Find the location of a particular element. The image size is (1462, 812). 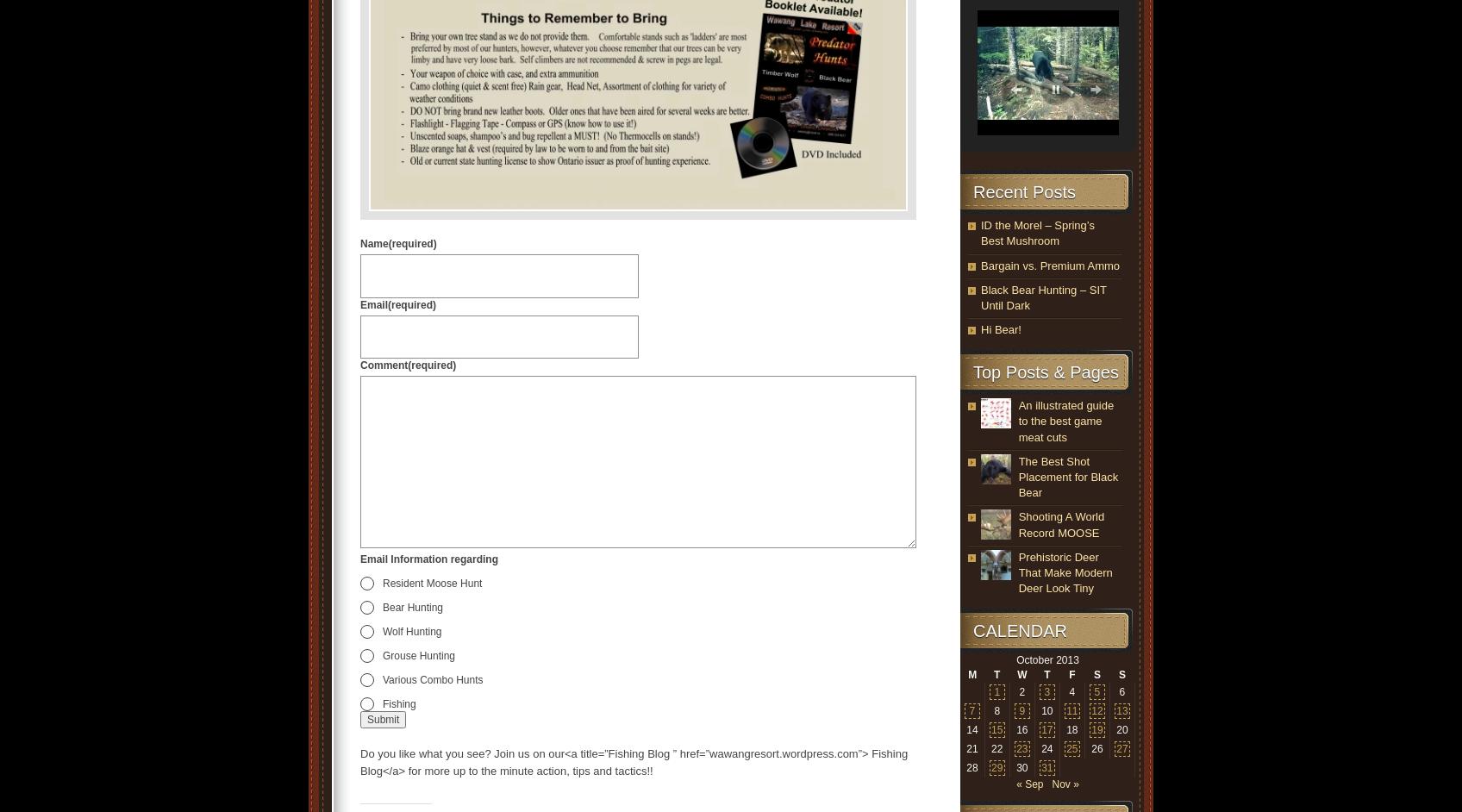

'18' is located at coordinates (1071, 728).